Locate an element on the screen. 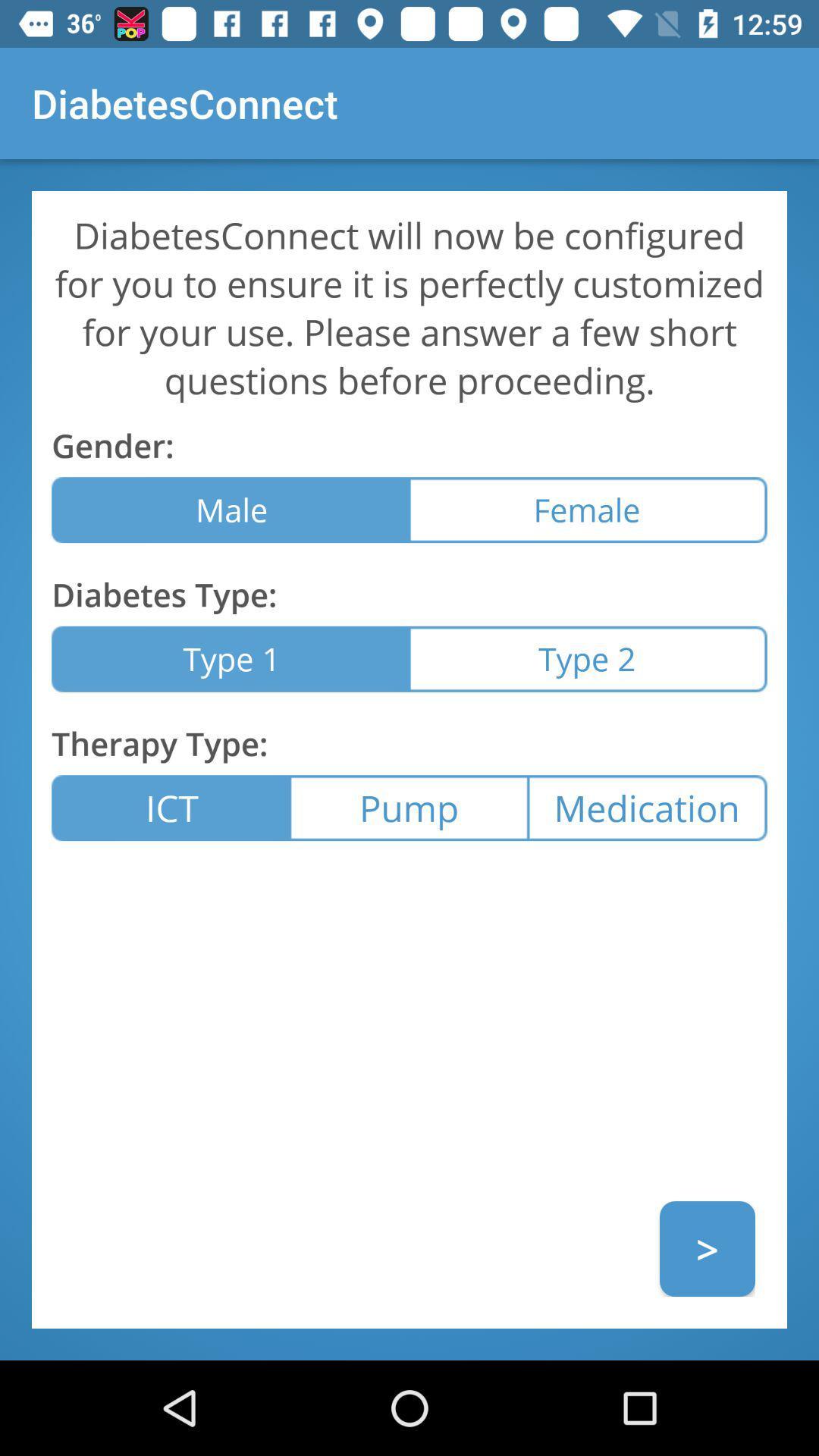  item below the type 1 item is located at coordinates (408, 807).